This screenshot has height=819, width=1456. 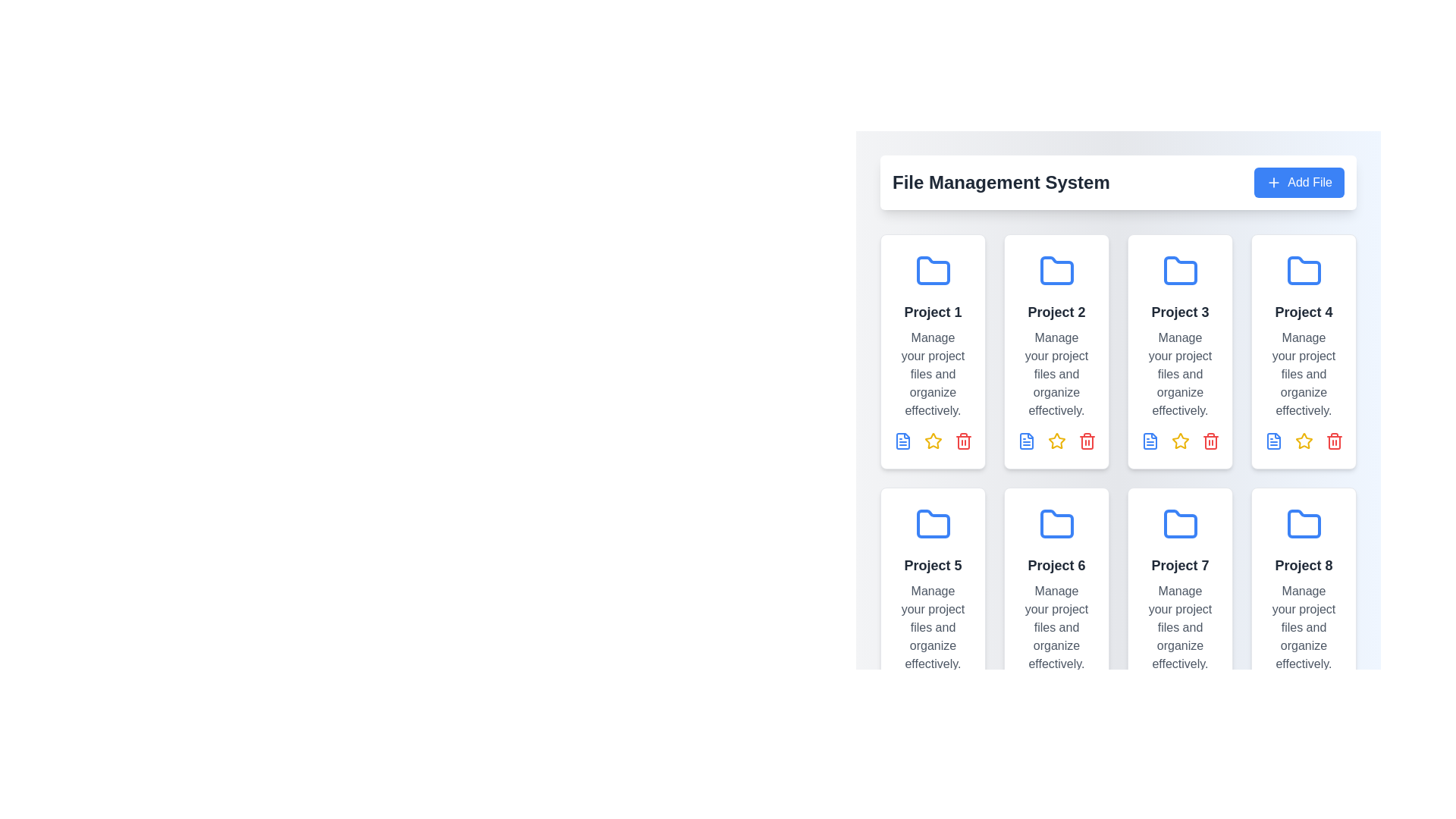 I want to click on the blue folder icon labeled 'Project 5' in the project items grid to interact with it, so click(x=932, y=522).